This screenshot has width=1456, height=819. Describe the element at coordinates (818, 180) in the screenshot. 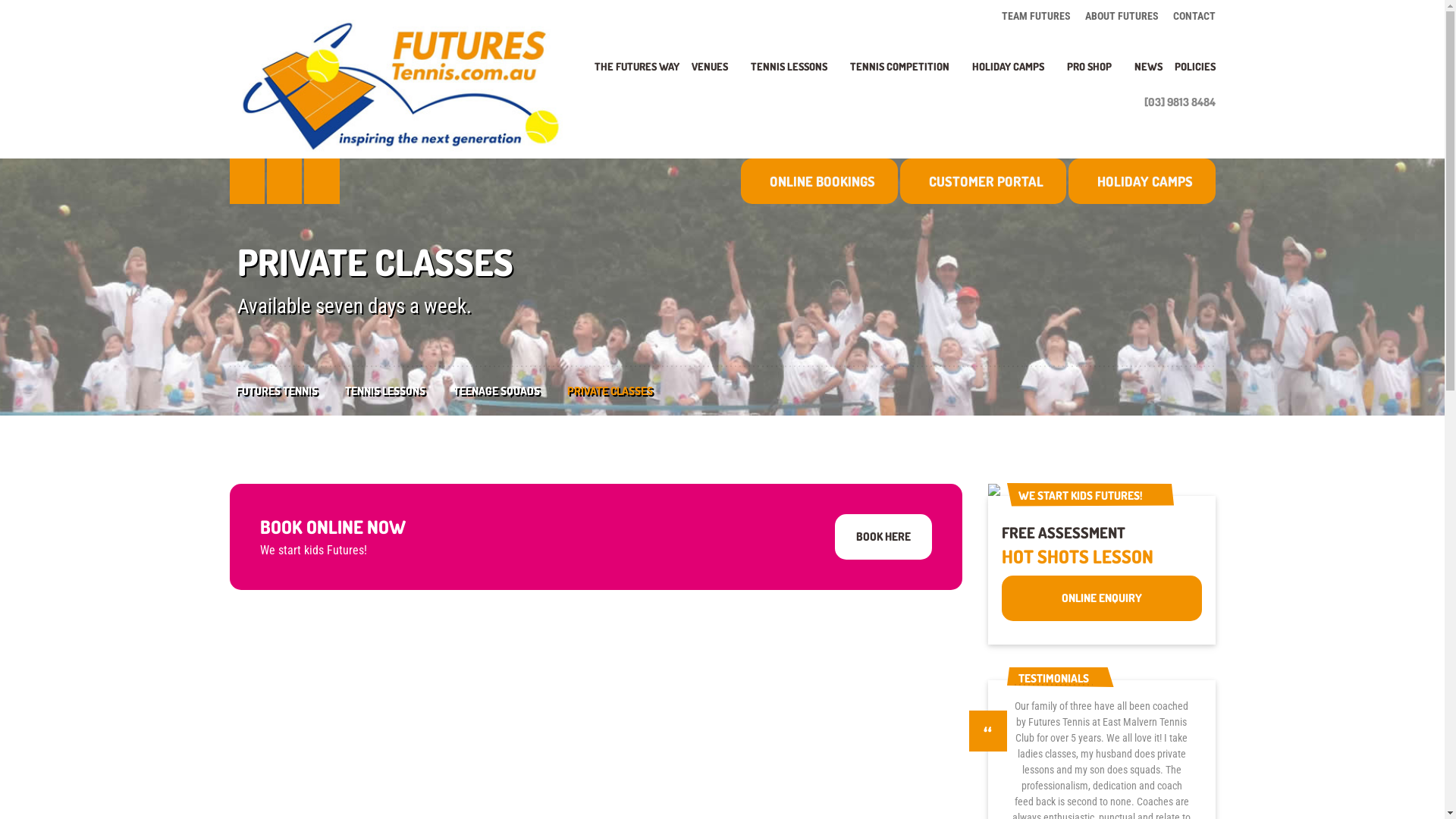

I see `'ONLINE BOOKINGS'` at that location.